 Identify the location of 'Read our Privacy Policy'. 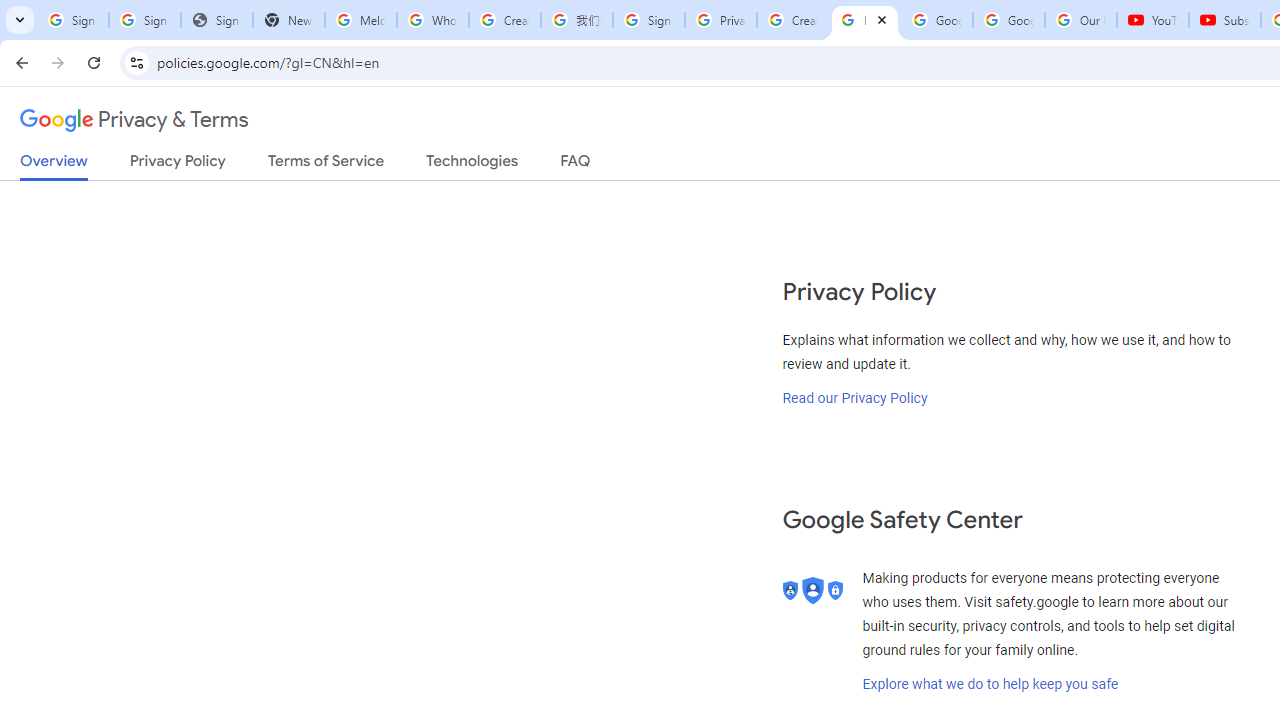
(855, 397).